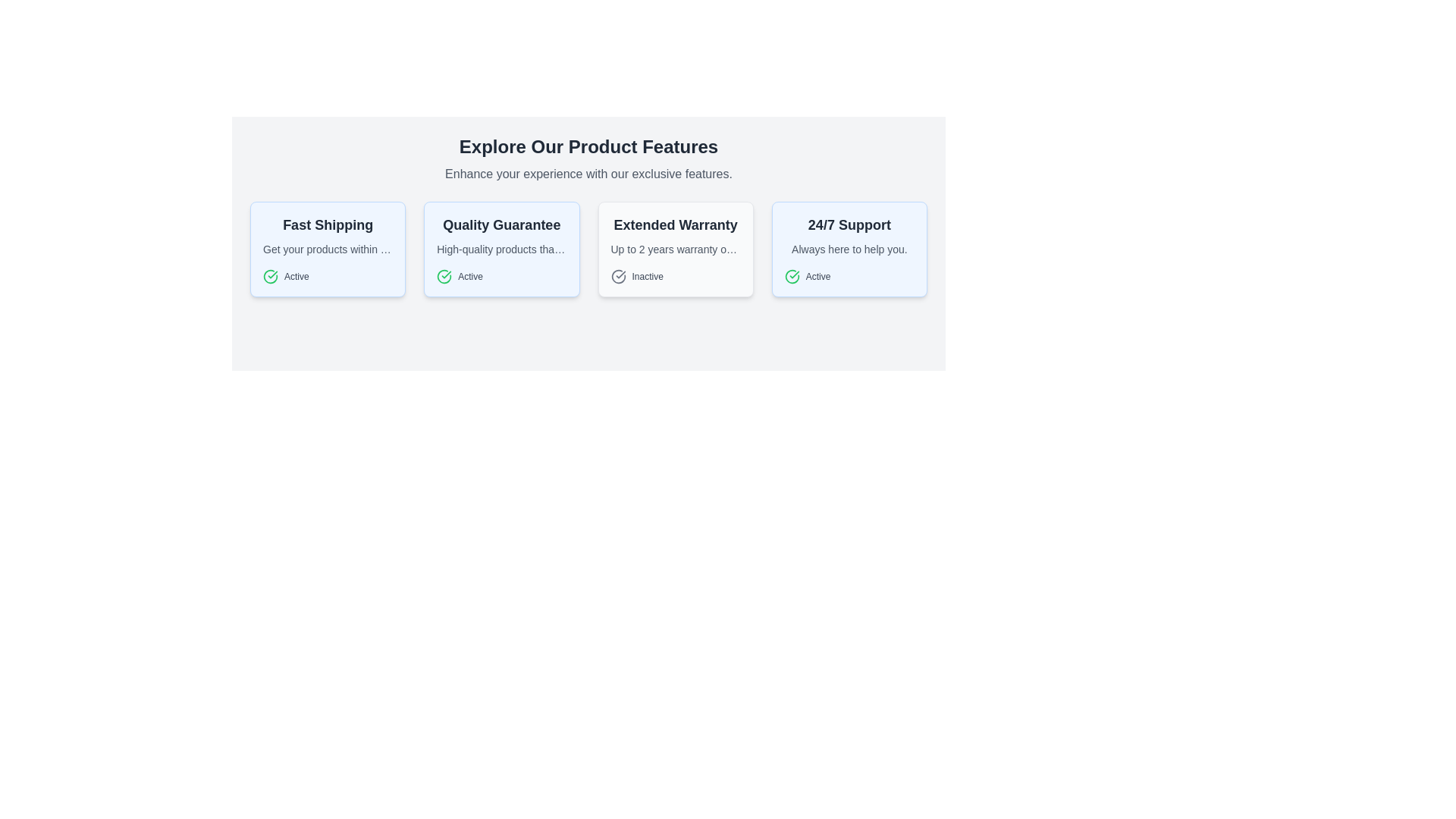 This screenshot has width=1456, height=819. What do you see at coordinates (849, 225) in the screenshot?
I see `the Text Label that identifies the '24/7 Support' feature within the blue-bordered card, which is the last card in a grid of four feature cards` at bounding box center [849, 225].